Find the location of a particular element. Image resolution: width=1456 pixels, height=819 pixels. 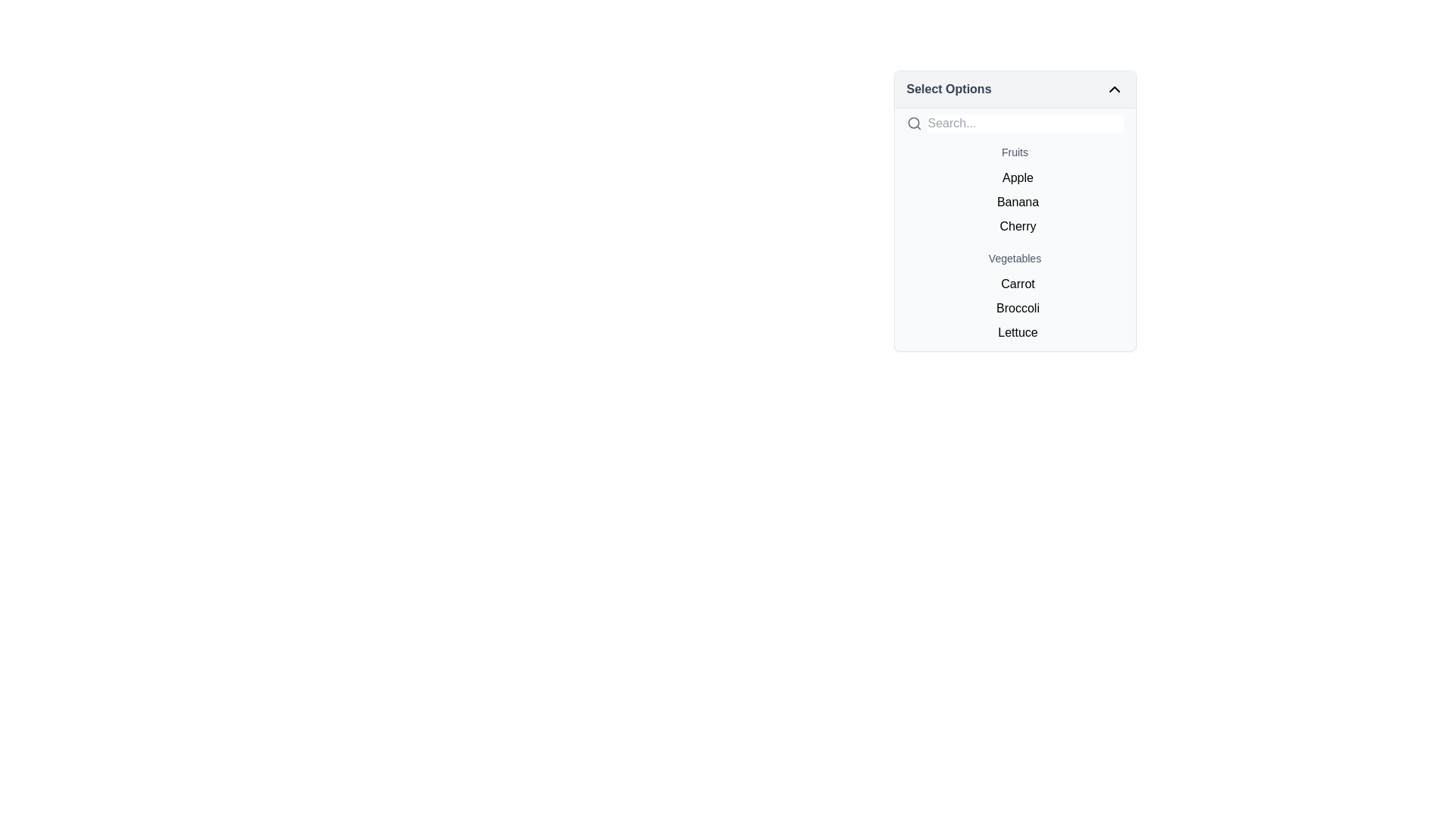

the 'Lettuce' text option in the dropdown menu under the 'Vegetables' group is located at coordinates (1018, 332).